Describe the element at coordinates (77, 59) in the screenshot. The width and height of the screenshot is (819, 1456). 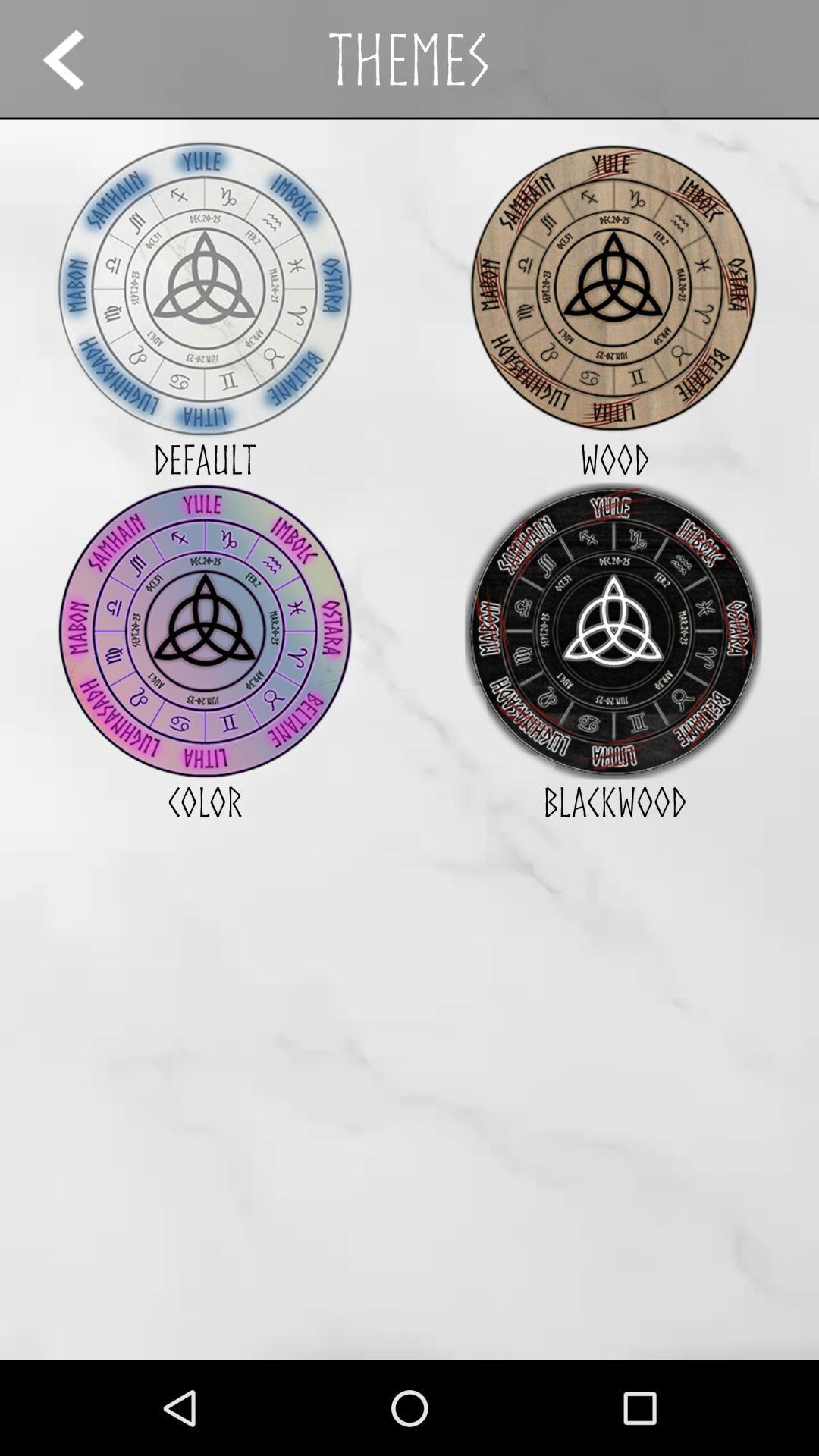
I see `the app to the left of themes app` at that location.